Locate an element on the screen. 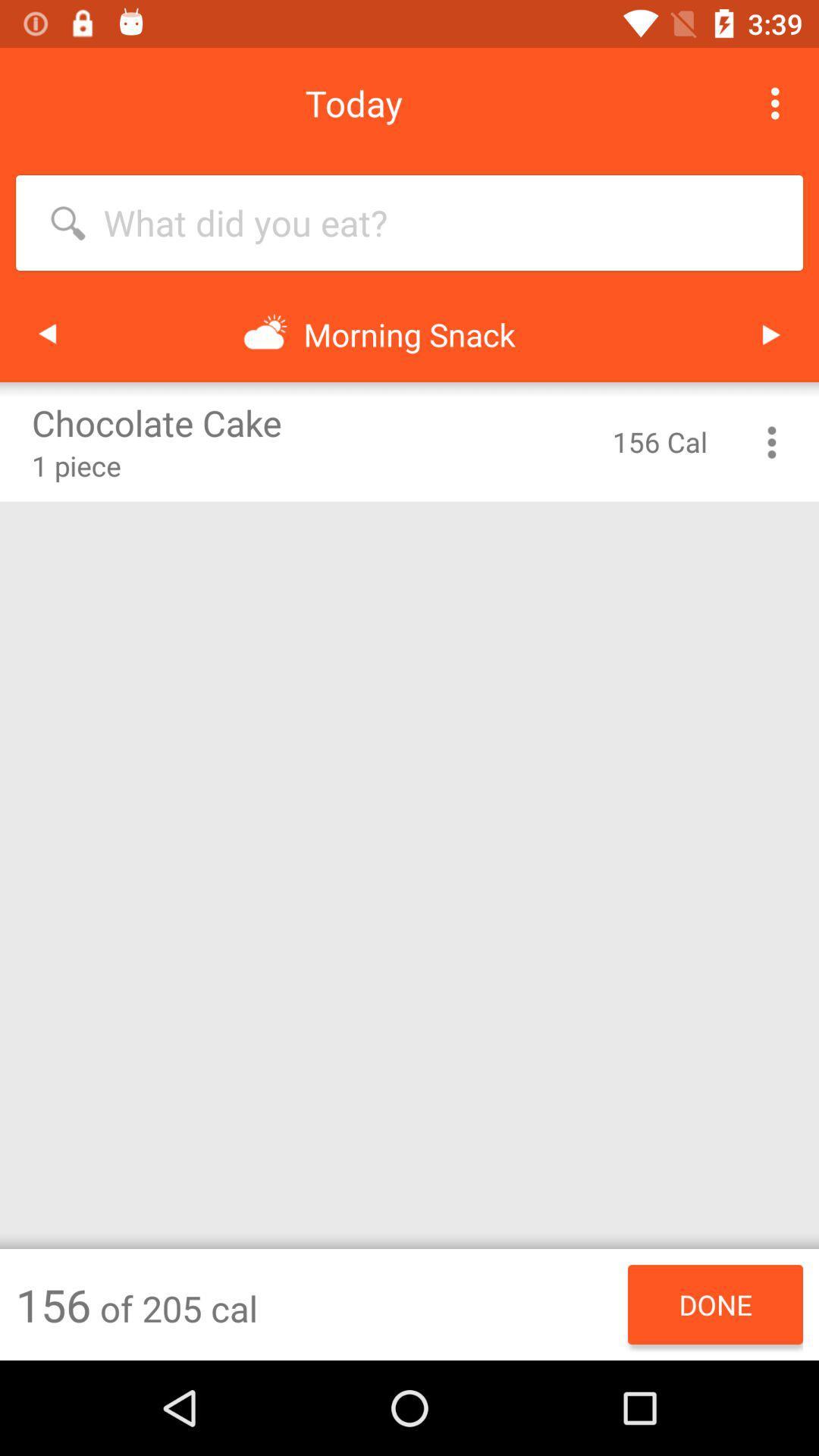 This screenshot has height=1456, width=819. the play icon is located at coordinates (771, 334).